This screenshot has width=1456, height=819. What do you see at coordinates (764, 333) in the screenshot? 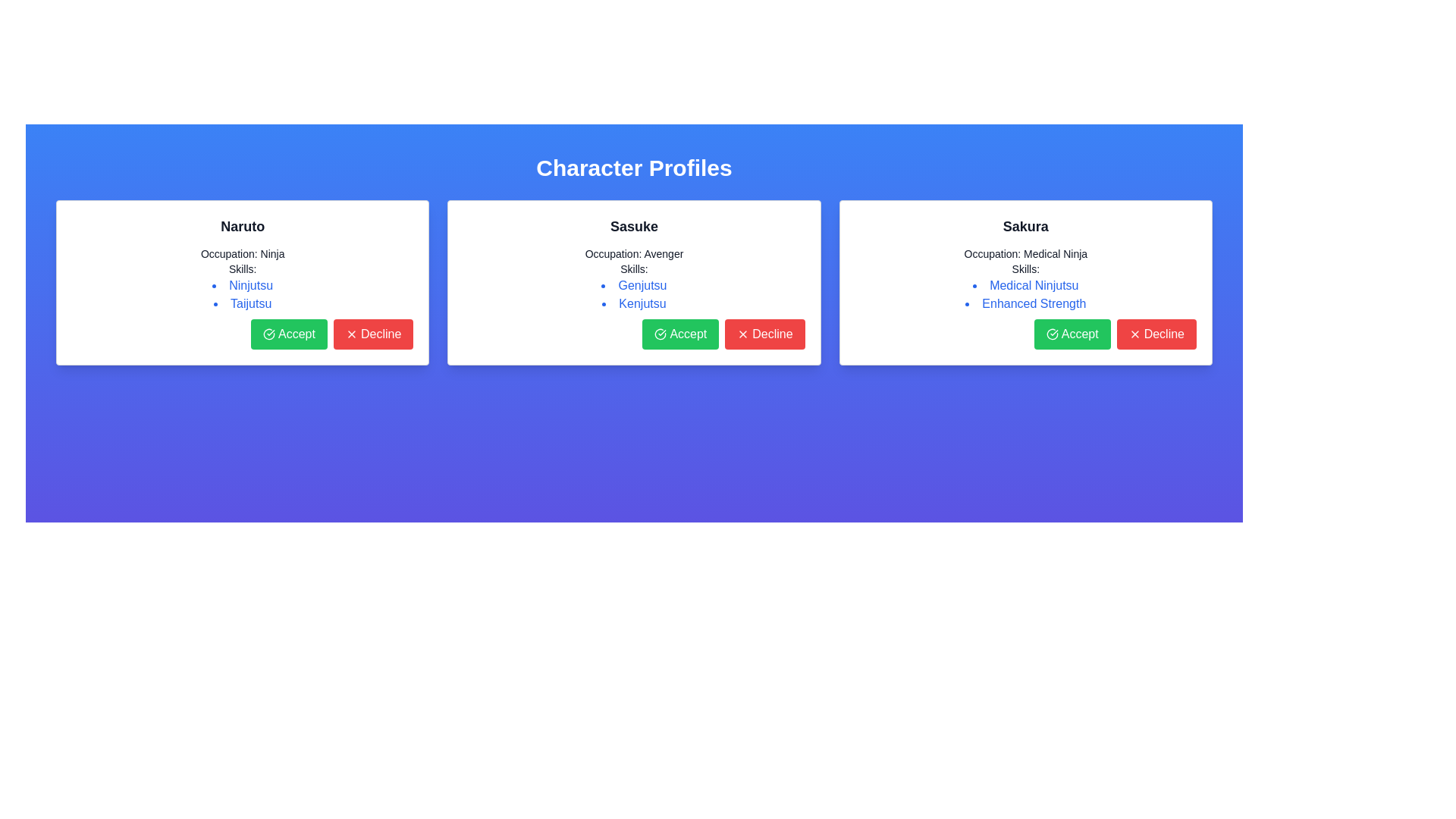
I see `the red 'Decline' button with white text and an 'X' icon, located in the bottom-right corner next to the green 'Accept' button` at bounding box center [764, 333].